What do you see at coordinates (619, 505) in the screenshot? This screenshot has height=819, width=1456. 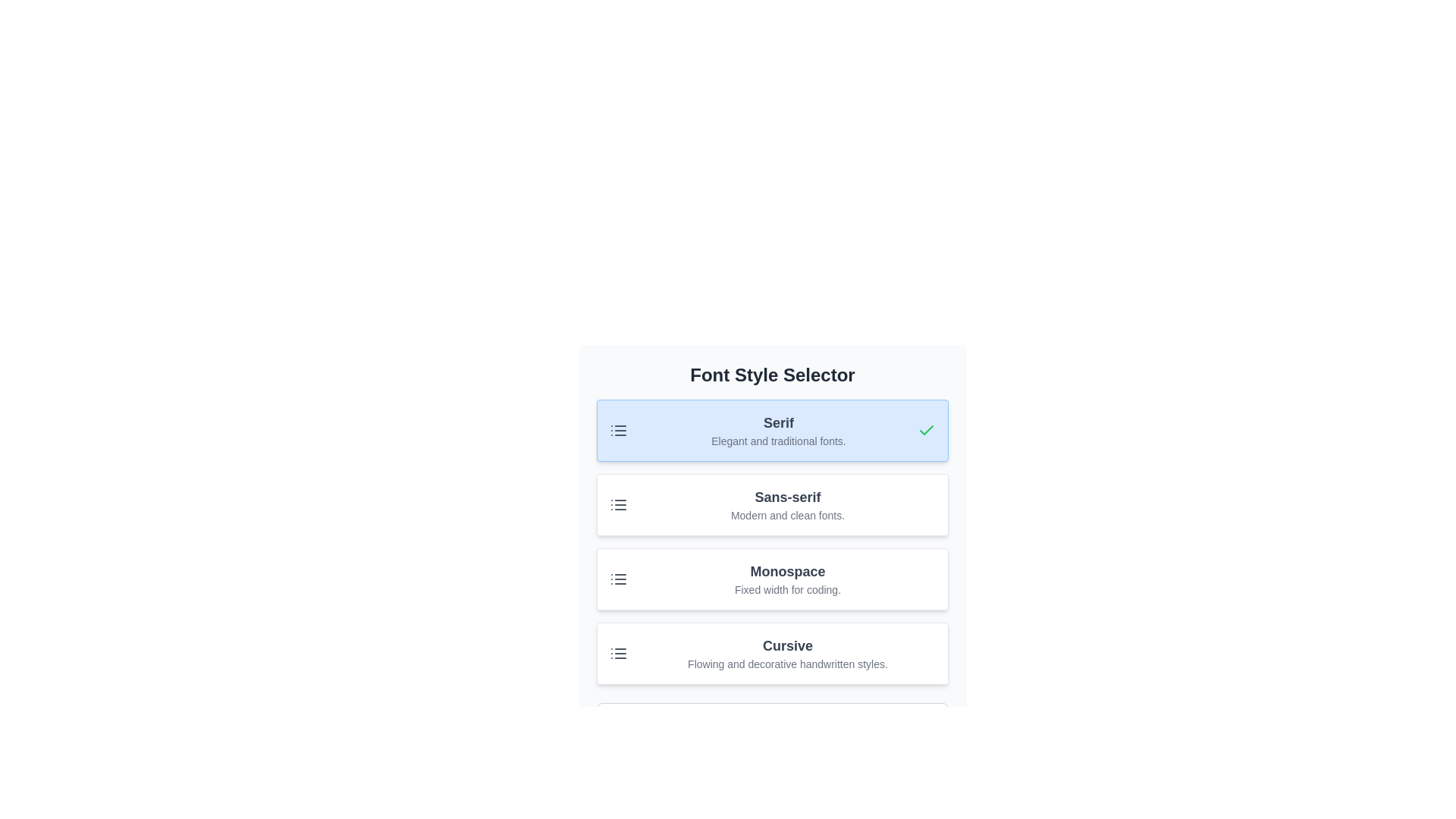 I see `the minimalist gray icon depicting three horizontal lines, located to the left of the 'Sans-serif' text within its card` at bounding box center [619, 505].